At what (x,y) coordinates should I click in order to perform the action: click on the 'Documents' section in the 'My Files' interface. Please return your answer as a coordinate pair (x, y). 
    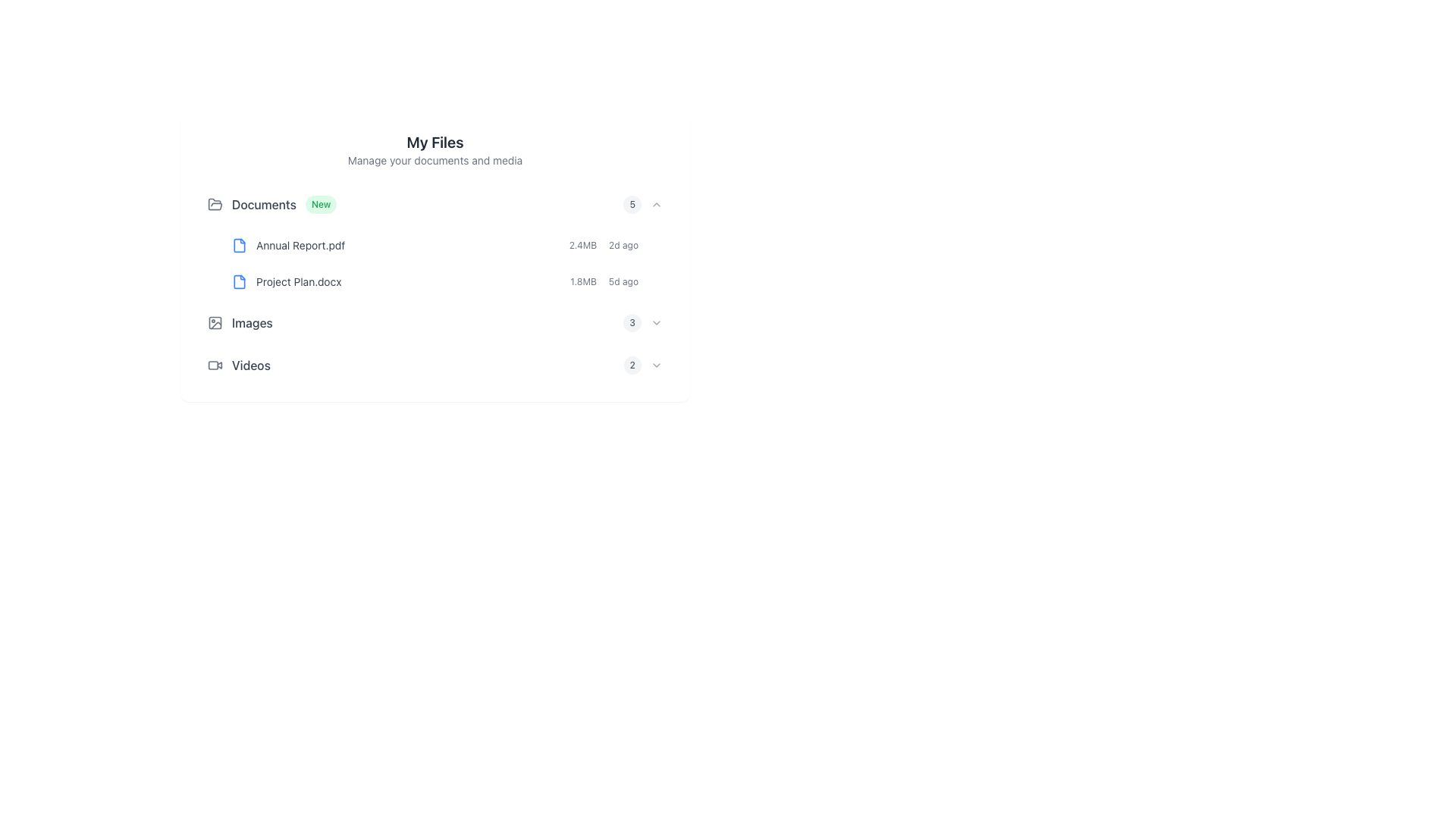
    Looking at the image, I should click on (435, 242).